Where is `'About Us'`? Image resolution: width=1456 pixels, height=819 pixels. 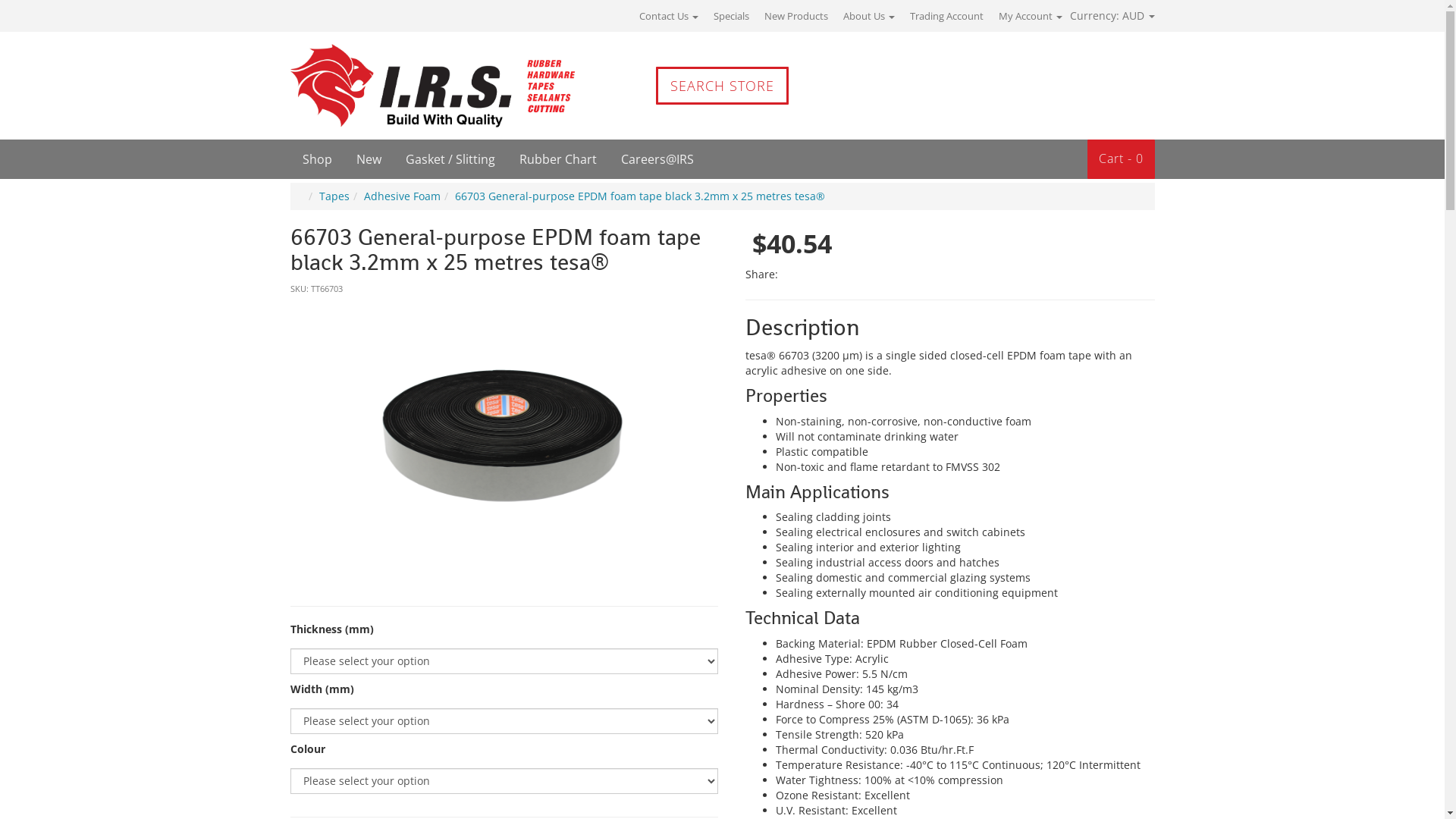 'About Us' is located at coordinates (869, 15).